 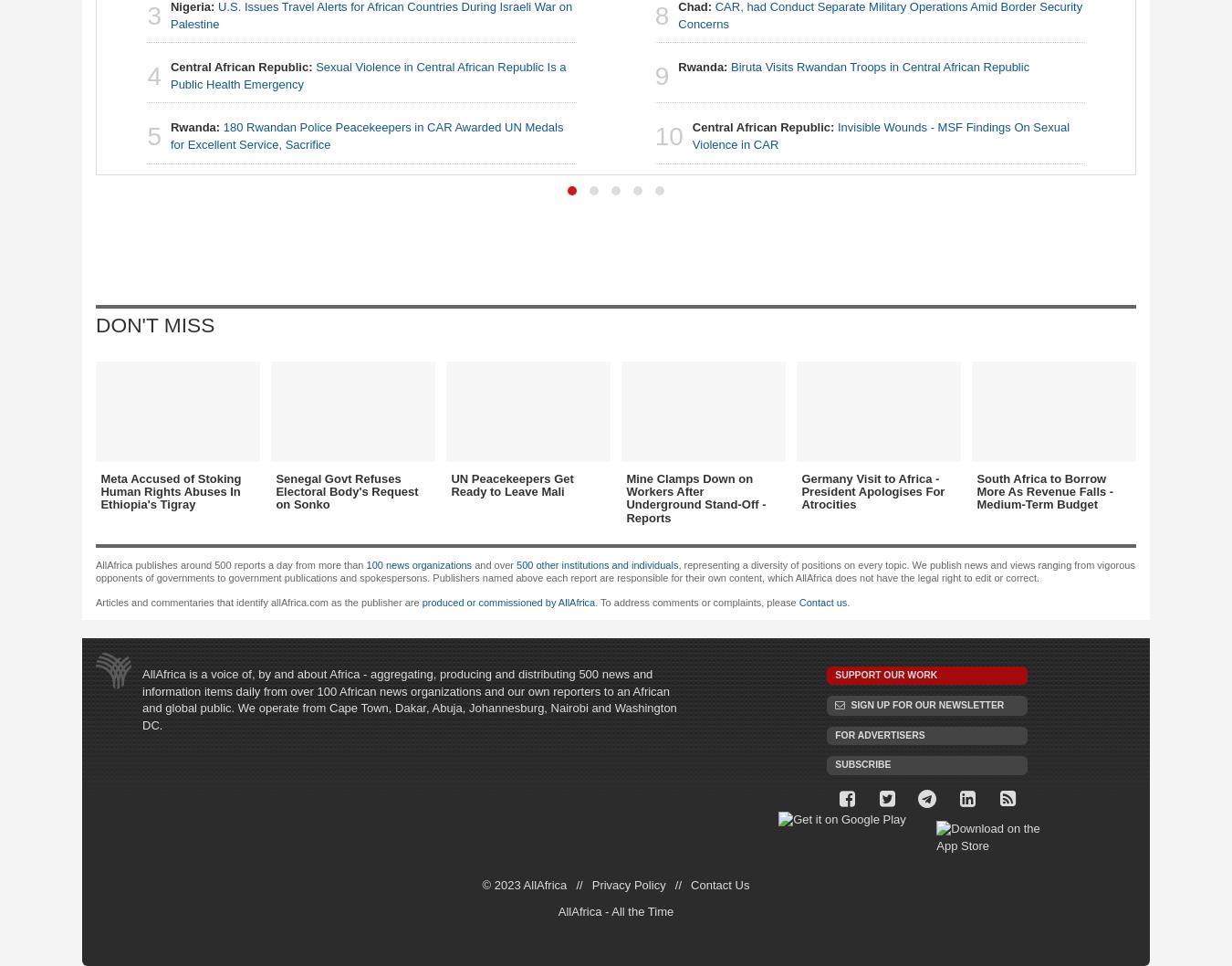 I want to click on 'Somalia:', so click(x=840, y=303).